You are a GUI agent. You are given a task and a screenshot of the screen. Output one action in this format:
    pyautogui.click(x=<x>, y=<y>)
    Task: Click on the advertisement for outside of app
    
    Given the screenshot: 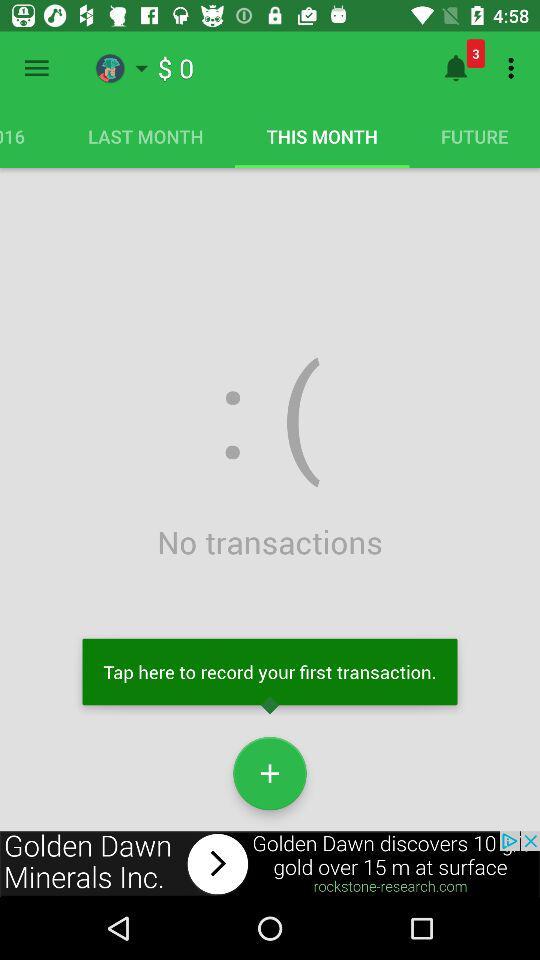 What is the action you would take?
    pyautogui.click(x=270, y=863)
    